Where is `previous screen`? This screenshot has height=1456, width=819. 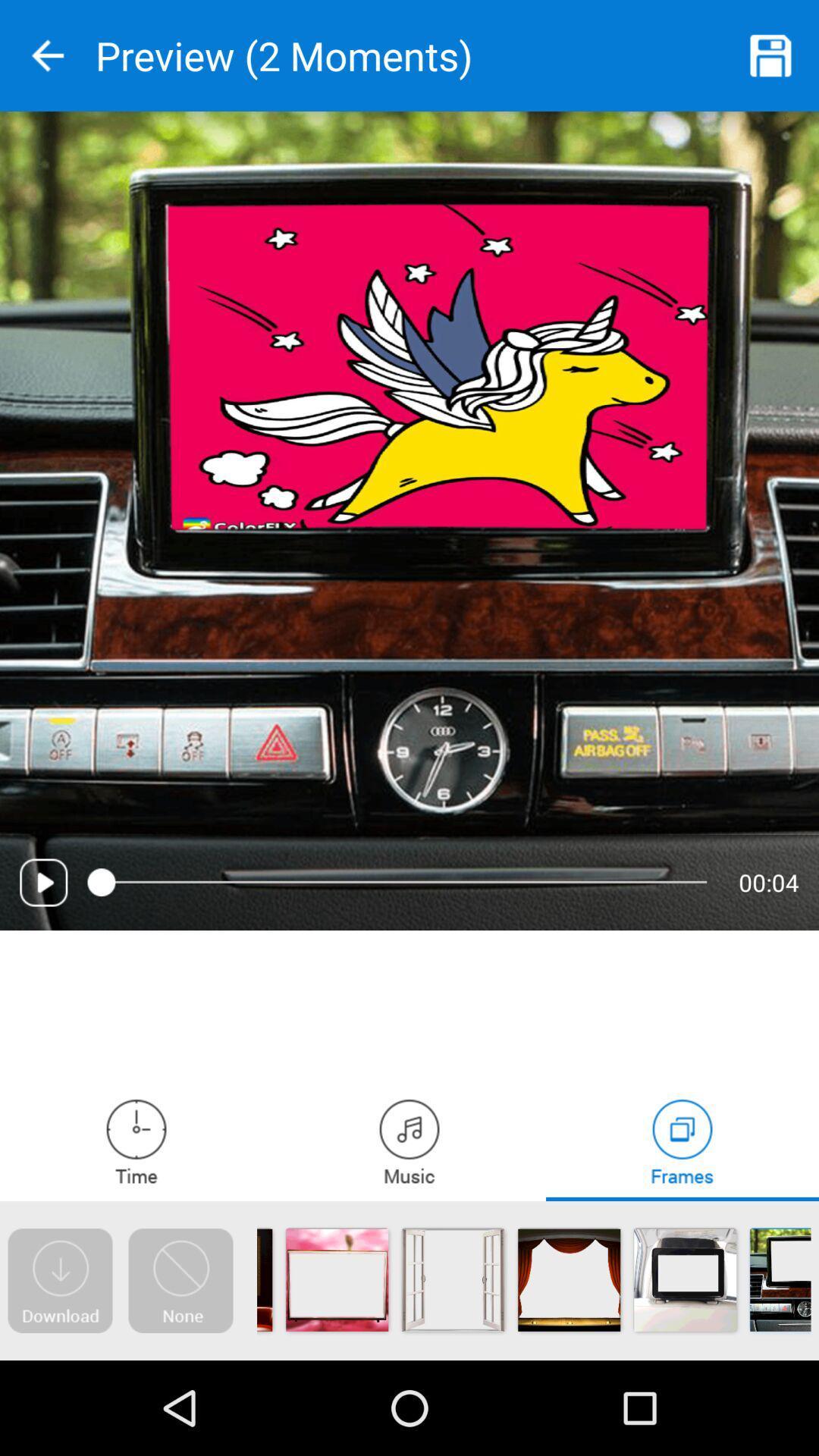
previous screen is located at coordinates (46, 55).